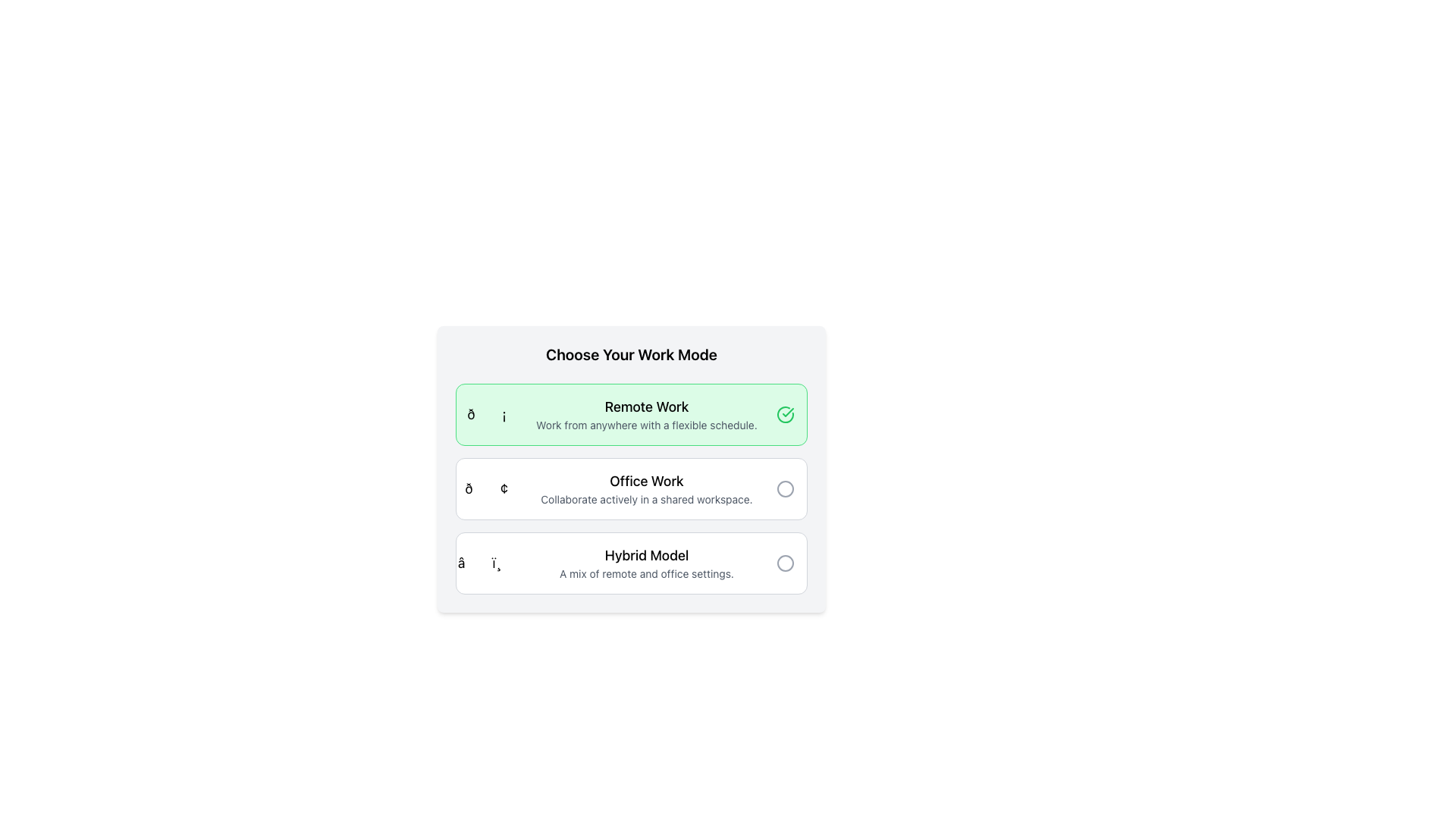  What do you see at coordinates (632, 488) in the screenshot?
I see `the second radio button option for 'Office Work'` at bounding box center [632, 488].